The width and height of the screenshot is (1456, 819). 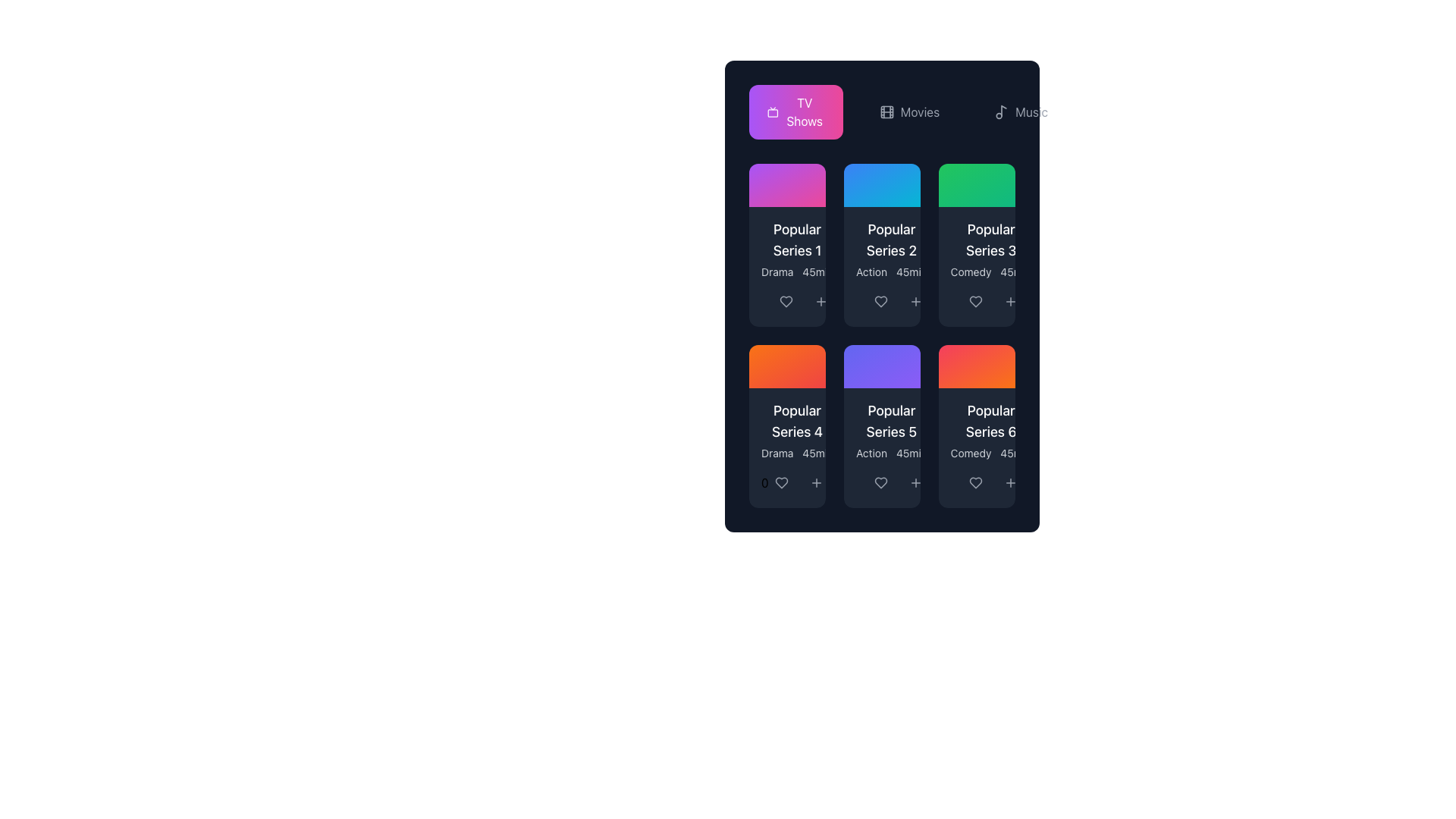 What do you see at coordinates (991, 248) in the screenshot?
I see `the text block displaying 'Popular Series 3' with smaller texts 'Comedy' and '45min' below it, located in the second row and third column of the grid layout` at bounding box center [991, 248].